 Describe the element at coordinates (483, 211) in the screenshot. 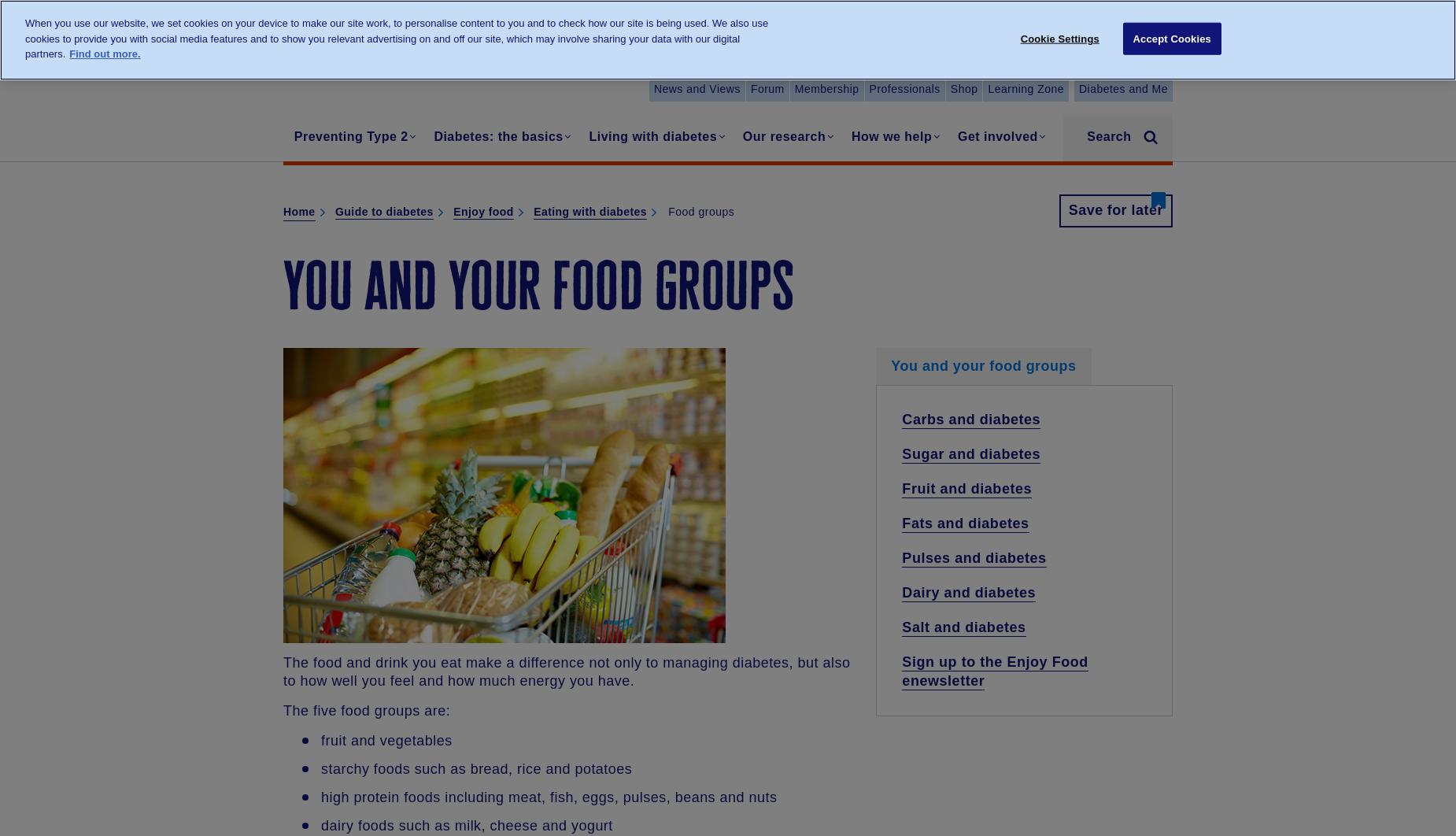

I see `'Enjoy food'` at that location.